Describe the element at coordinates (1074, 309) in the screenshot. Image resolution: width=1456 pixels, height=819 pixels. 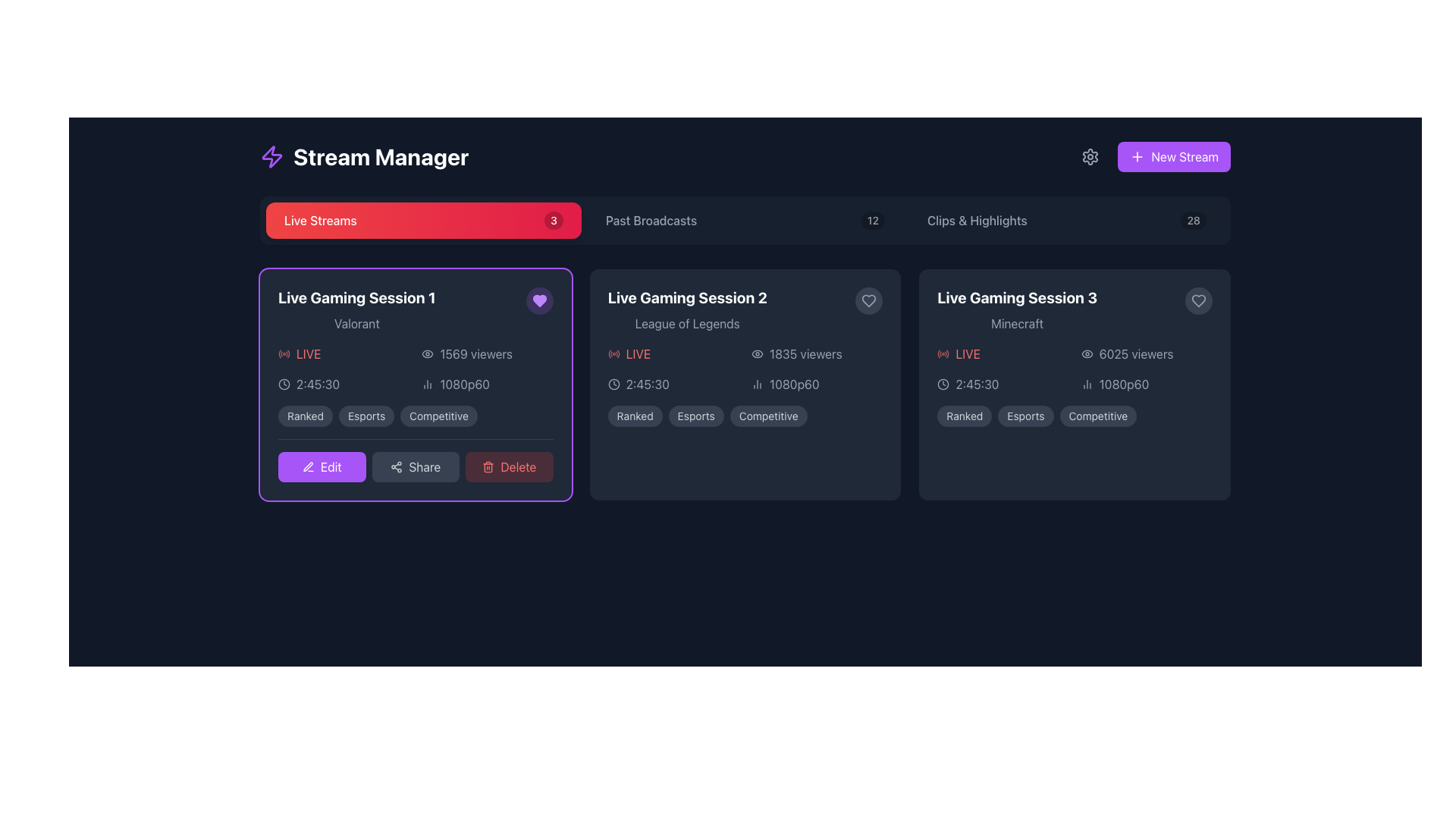
I see `the interactive icon located in the Card Header of the third card in the 'Live Streams' section, which represents a live-streaming session` at that location.